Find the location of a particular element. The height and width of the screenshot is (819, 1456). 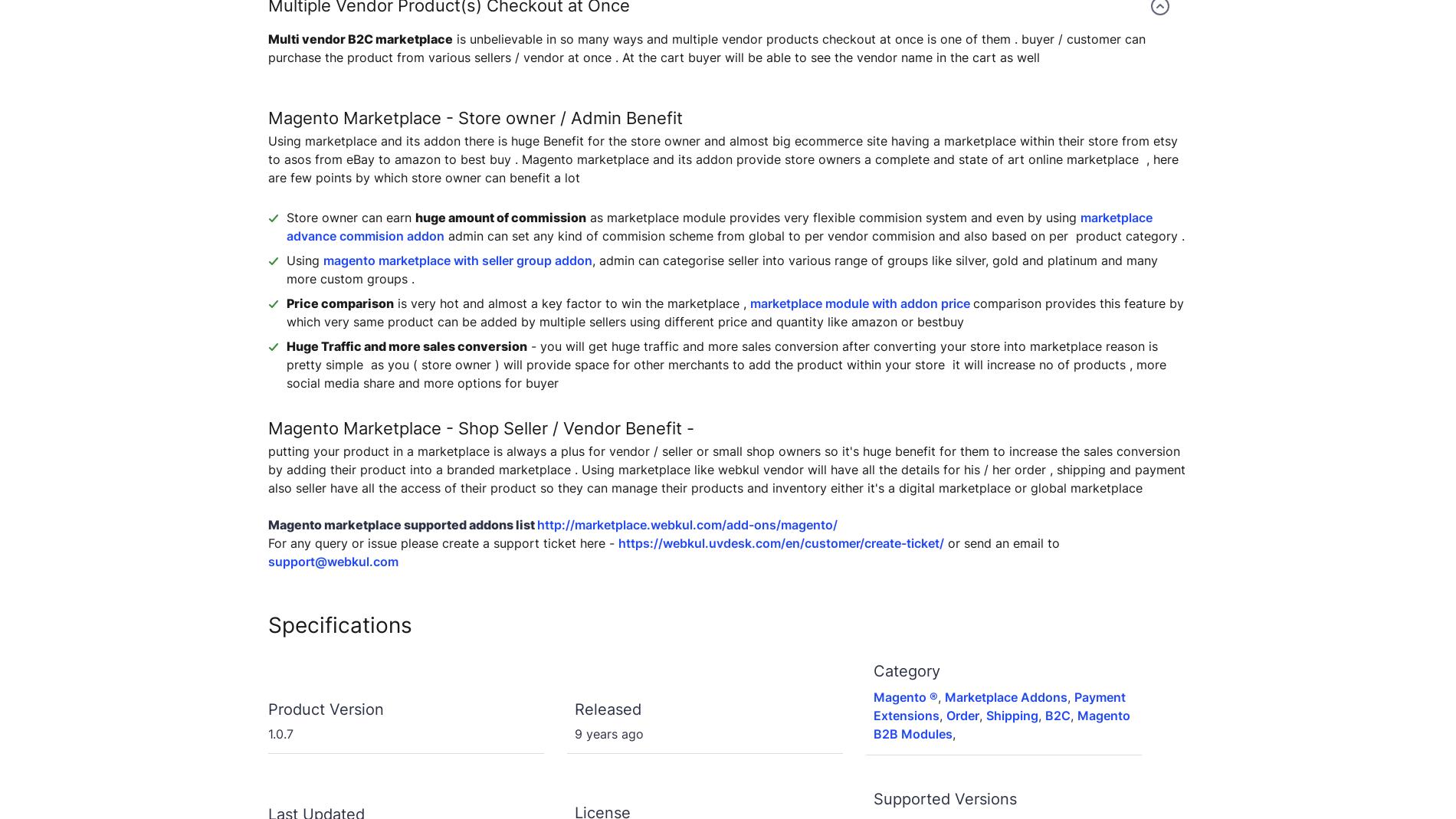

'Store owner can earn' is located at coordinates (285, 217).